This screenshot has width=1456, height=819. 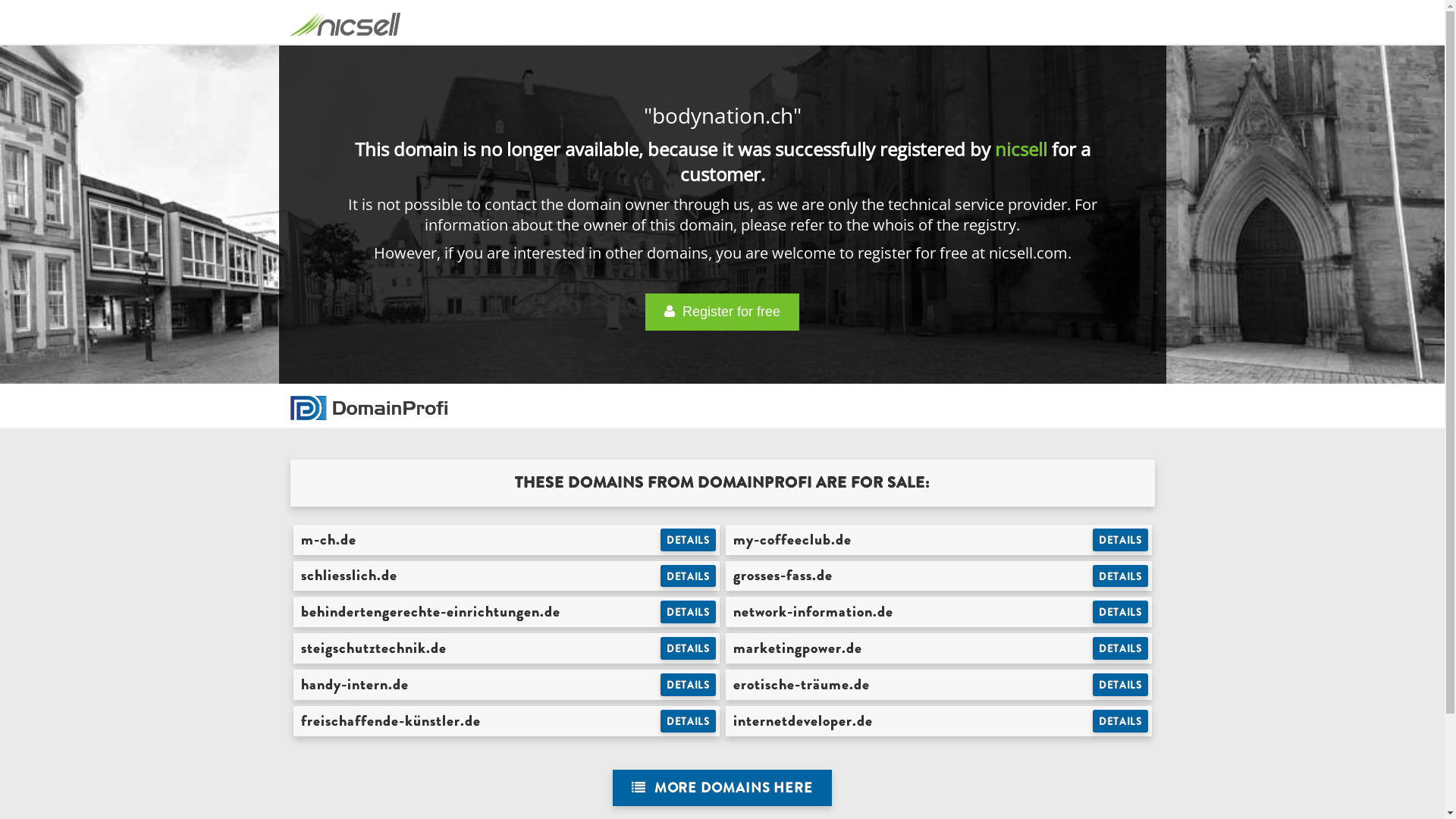 What do you see at coordinates (1120, 684) in the screenshot?
I see `'DETAILS'` at bounding box center [1120, 684].